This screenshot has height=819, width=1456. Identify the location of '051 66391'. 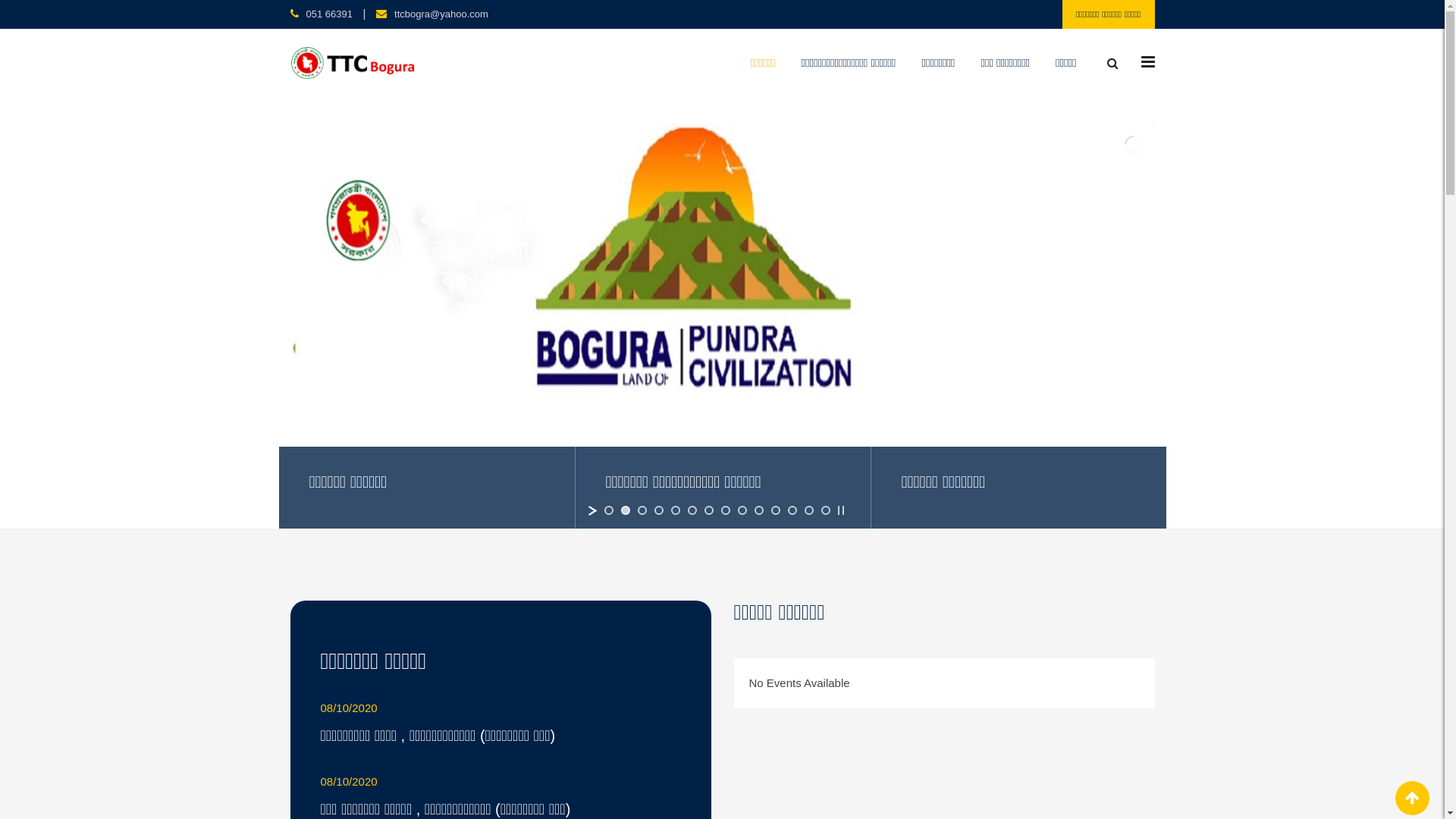
(328, 14).